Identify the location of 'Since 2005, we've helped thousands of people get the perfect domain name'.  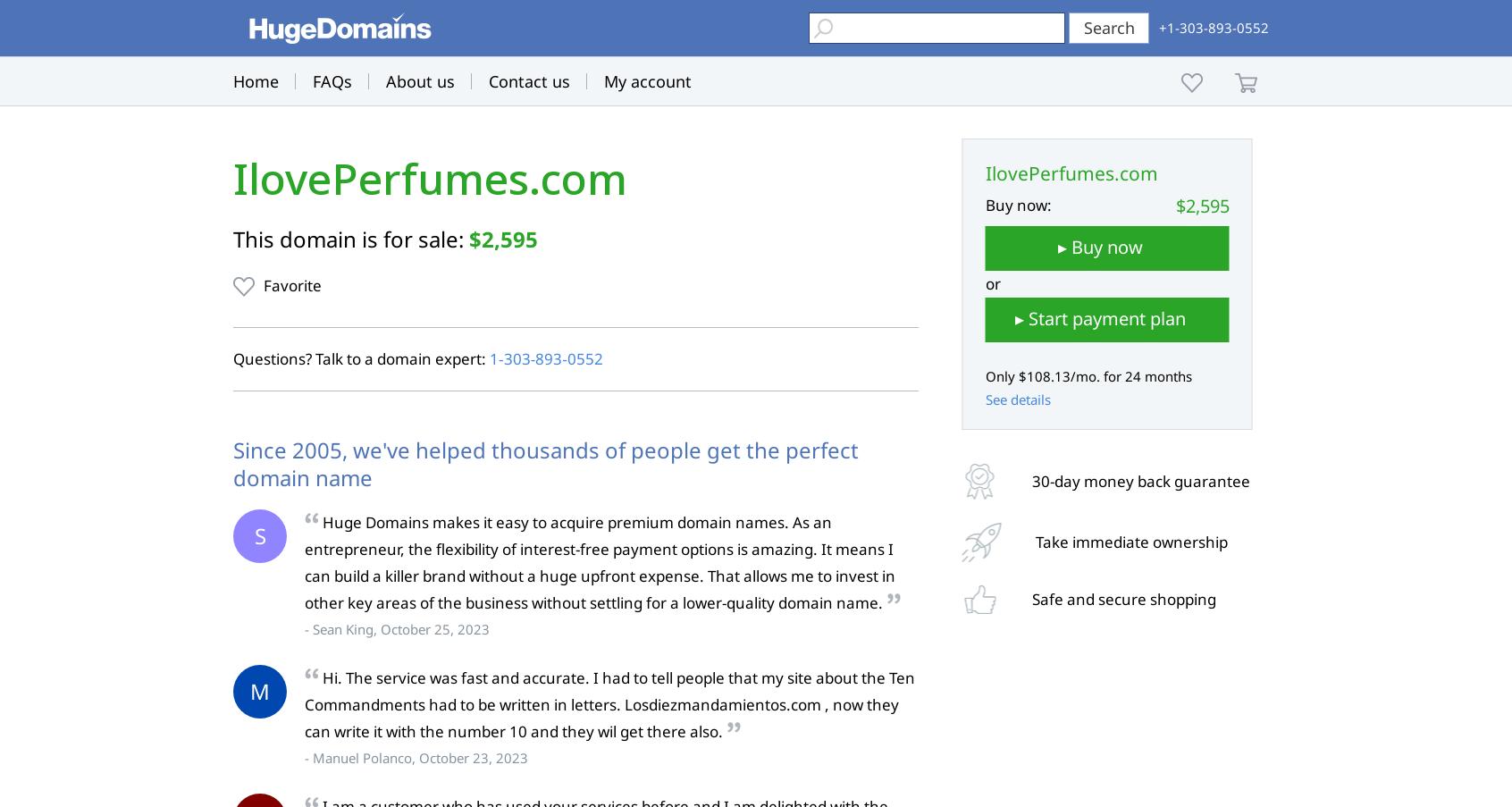
(544, 462).